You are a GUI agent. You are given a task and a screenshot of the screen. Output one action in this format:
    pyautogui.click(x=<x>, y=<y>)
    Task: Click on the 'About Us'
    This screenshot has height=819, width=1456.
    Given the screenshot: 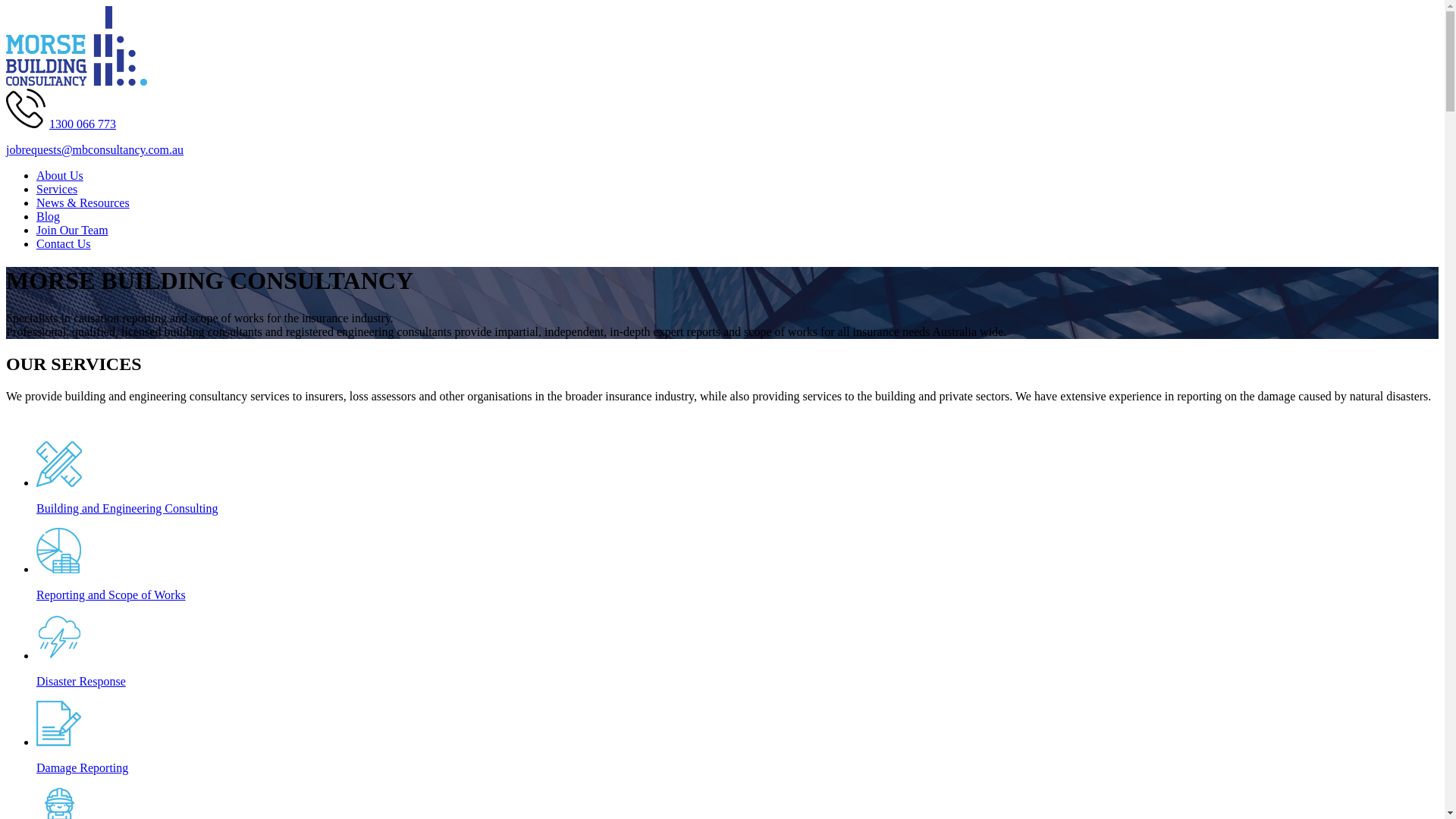 What is the action you would take?
    pyautogui.click(x=59, y=174)
    